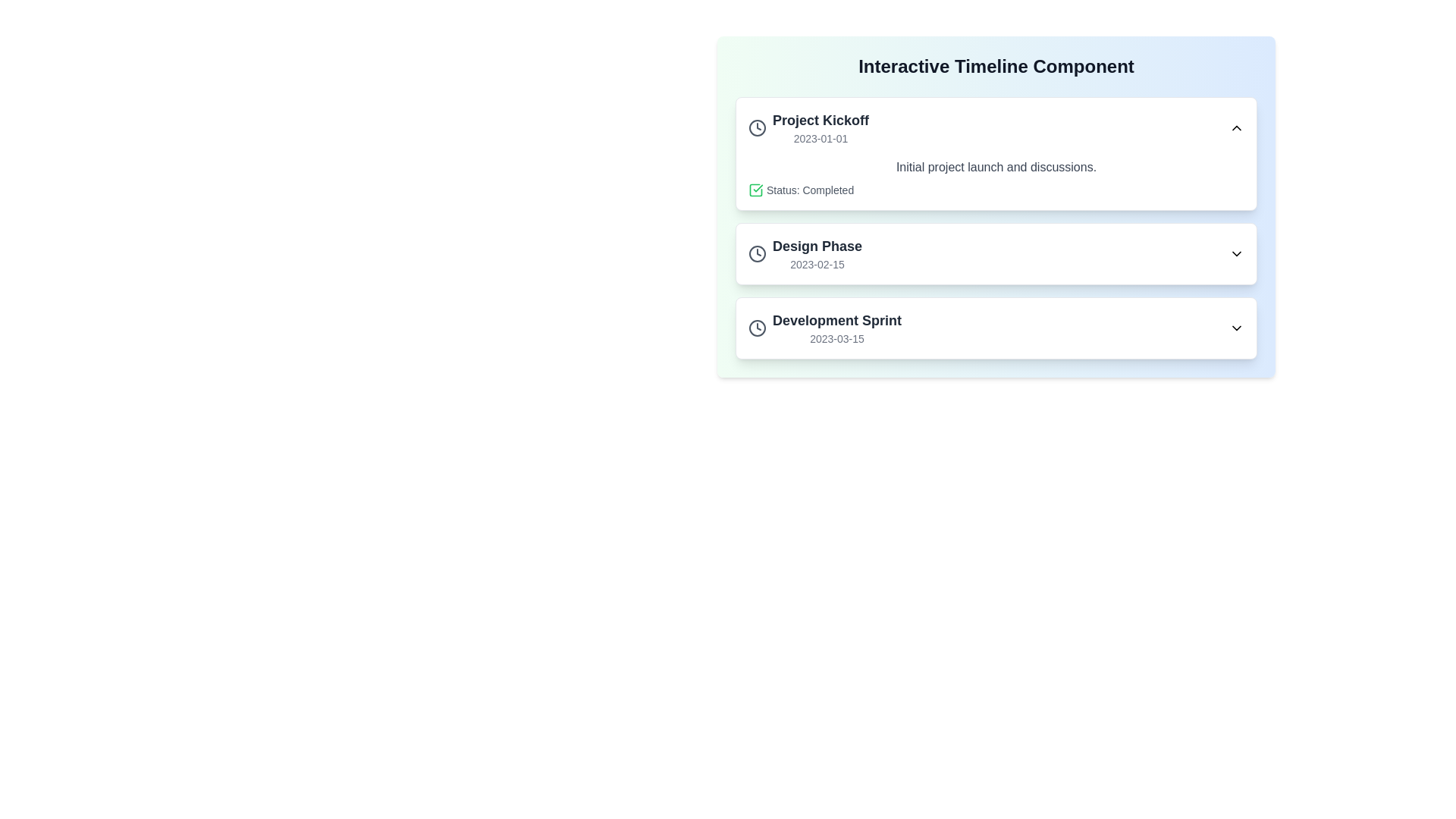 This screenshot has width=1456, height=819. Describe the element at coordinates (820, 138) in the screenshot. I see `the text label displaying the date '2023-01-01', which is located directly under the title 'Project Kickoff' in the timeline interface` at that location.